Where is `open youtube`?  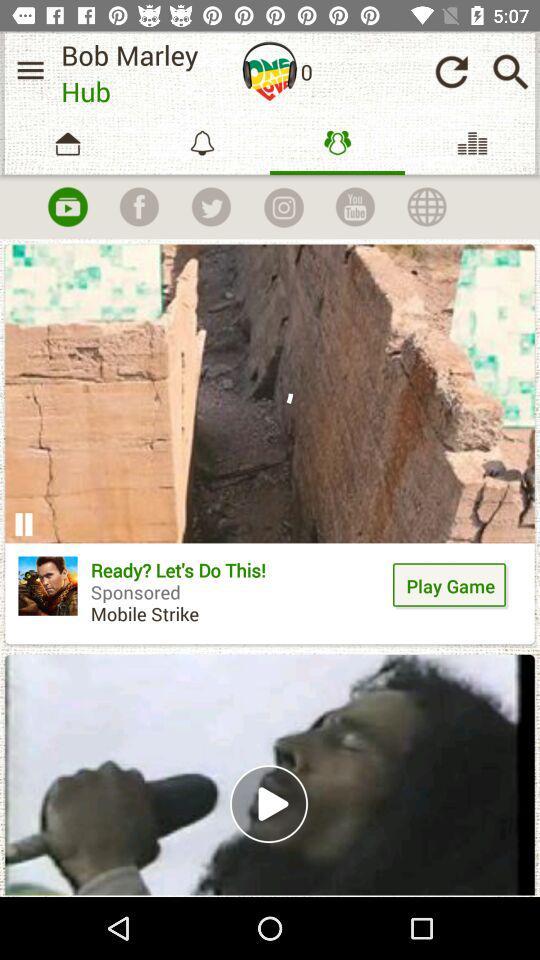
open youtube is located at coordinates (354, 207).